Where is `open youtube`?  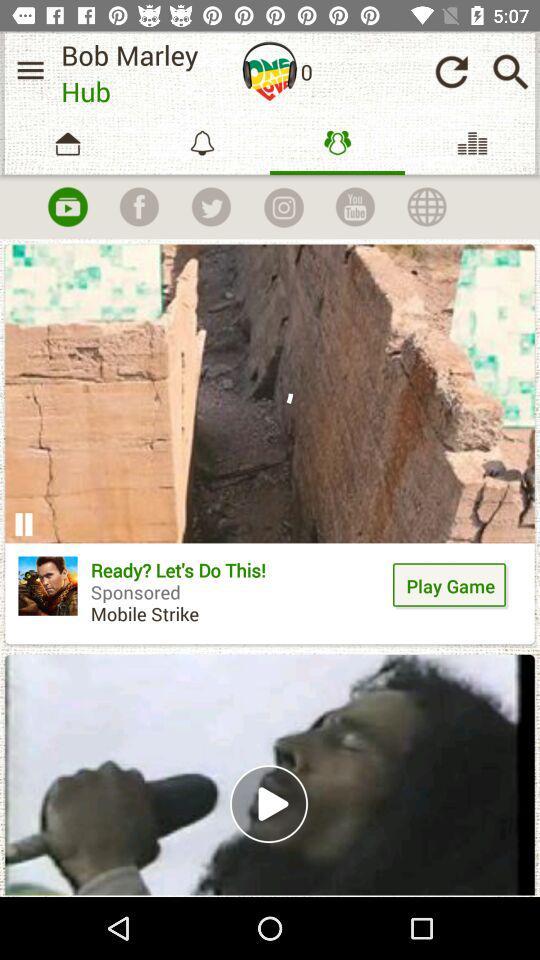
open youtube is located at coordinates (354, 207).